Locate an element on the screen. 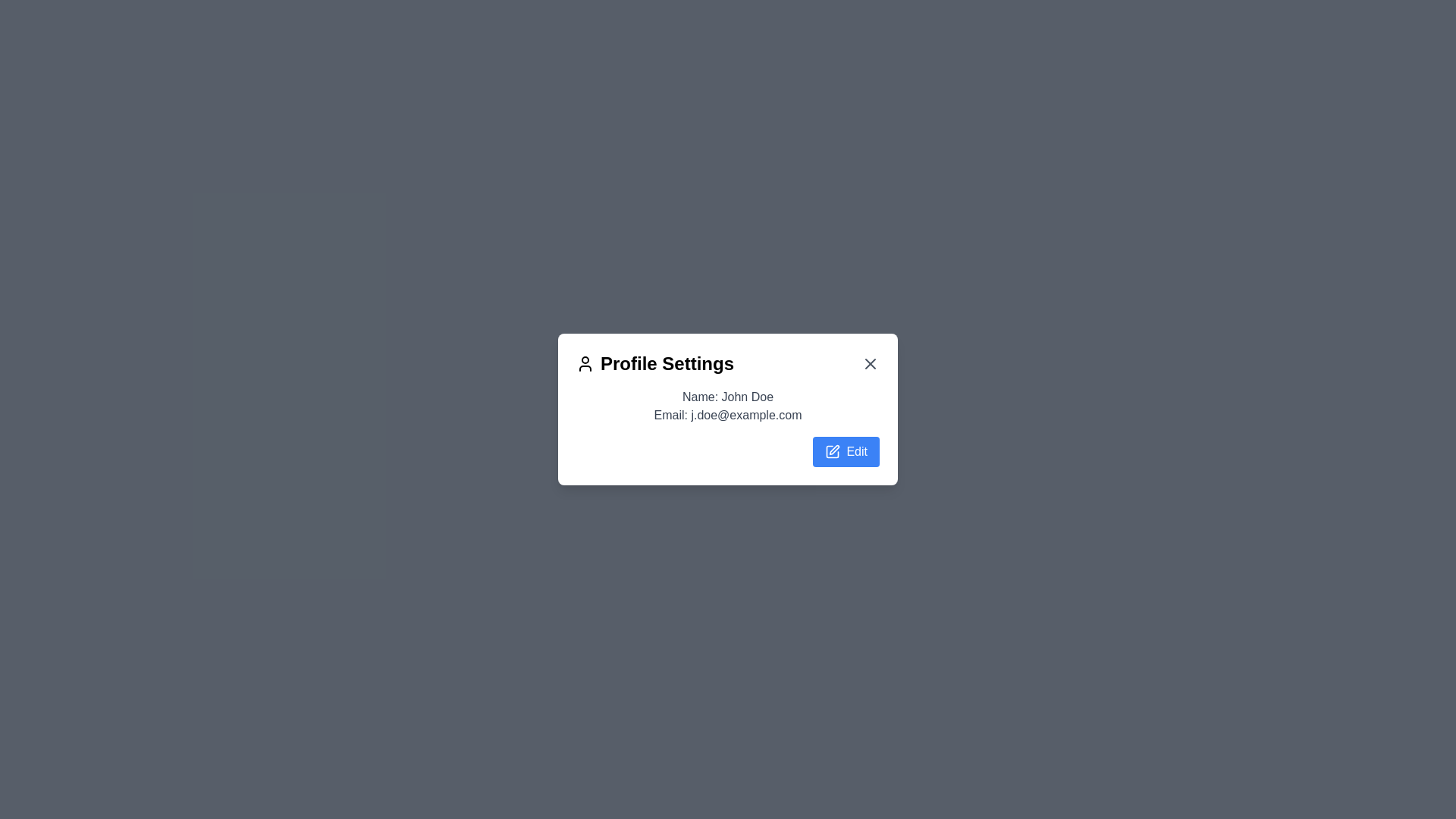 Image resolution: width=1456 pixels, height=819 pixels. the information displayed in the text element that shows 'Name: John Doe' and 'Email: j.doe@example.com', located in the center of the 'Profile Settings' card layout is located at coordinates (728, 427).